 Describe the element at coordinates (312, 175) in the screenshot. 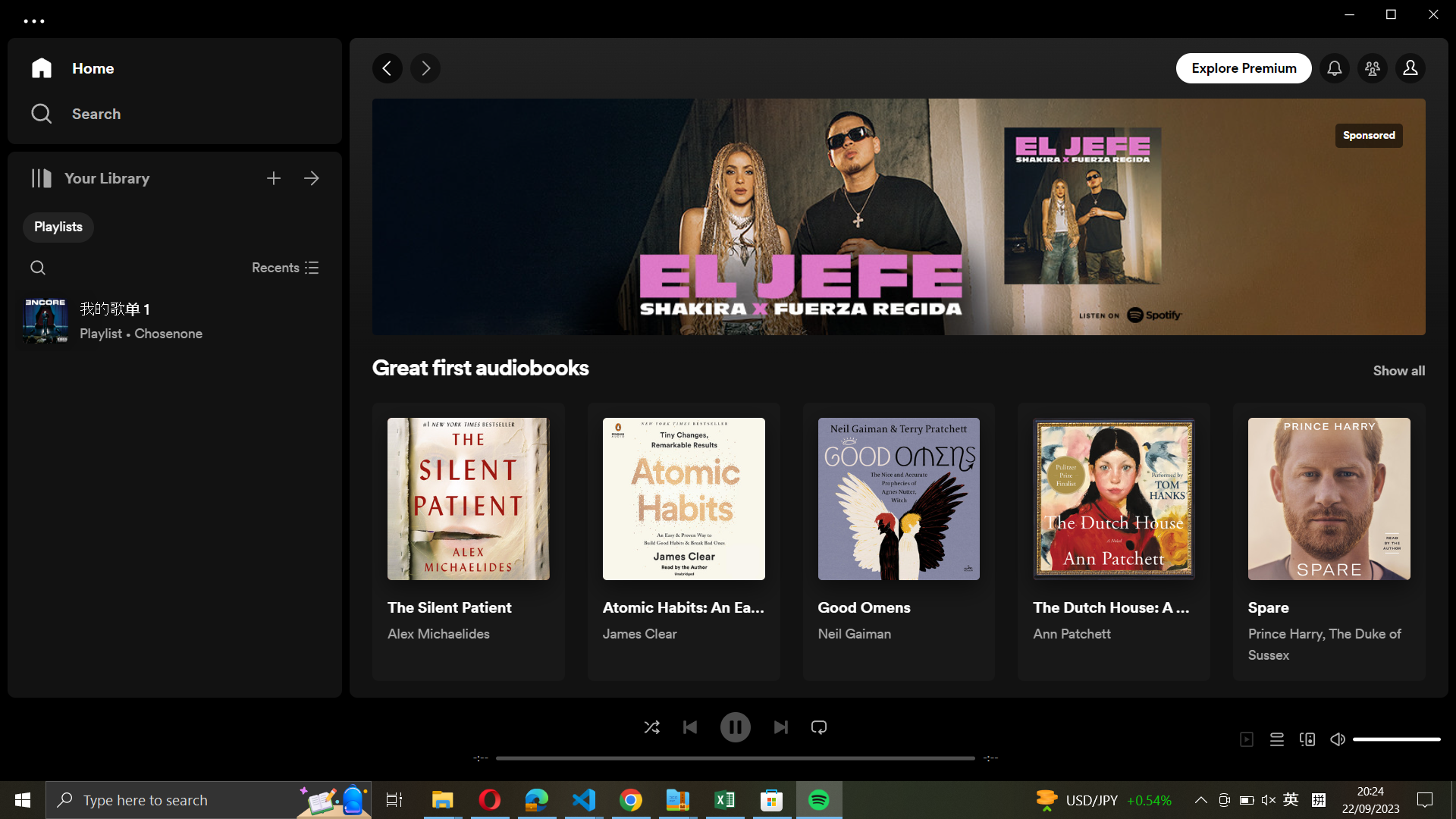

I see `my library` at that location.